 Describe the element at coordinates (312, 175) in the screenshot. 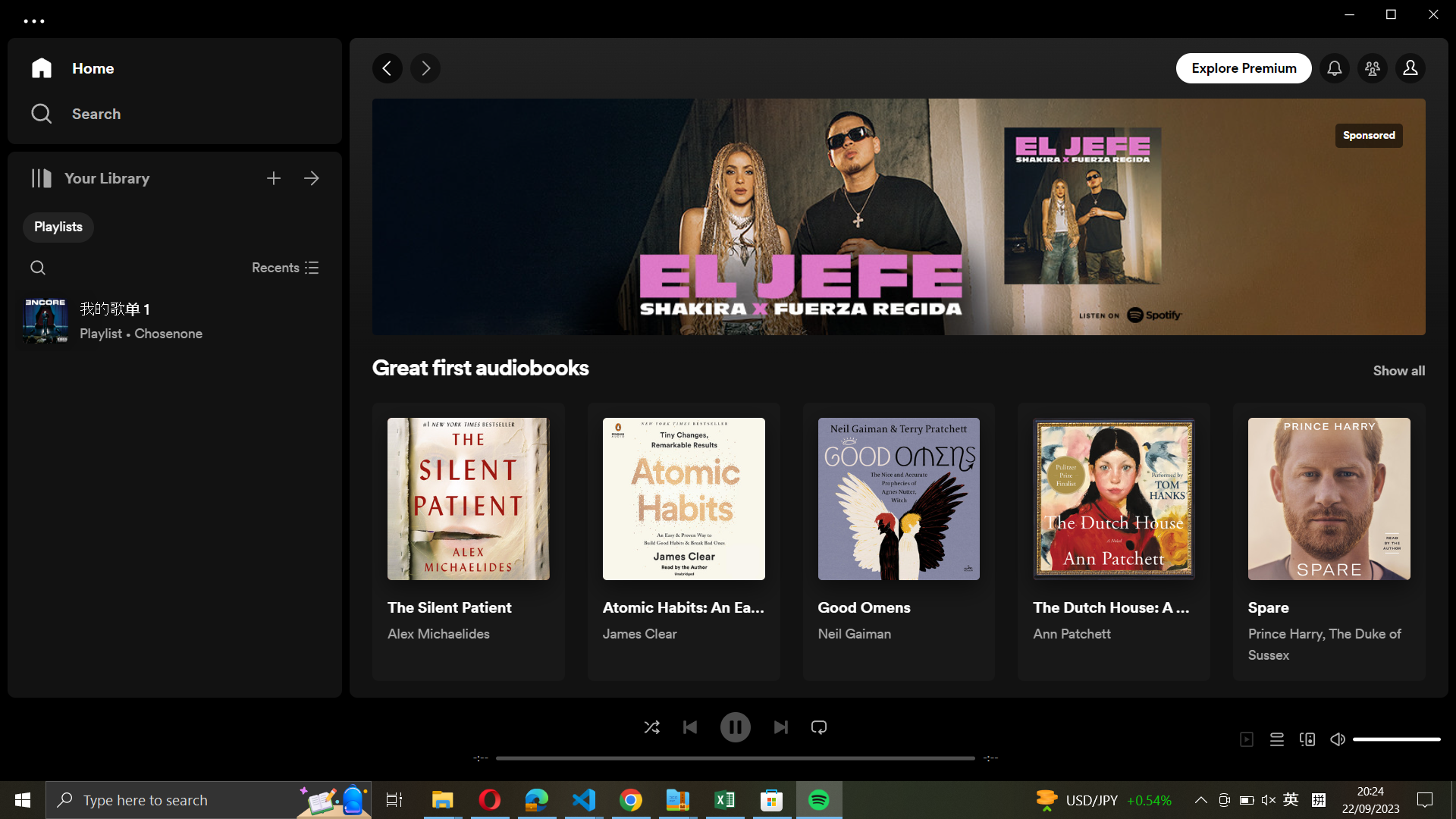

I see `my library` at that location.